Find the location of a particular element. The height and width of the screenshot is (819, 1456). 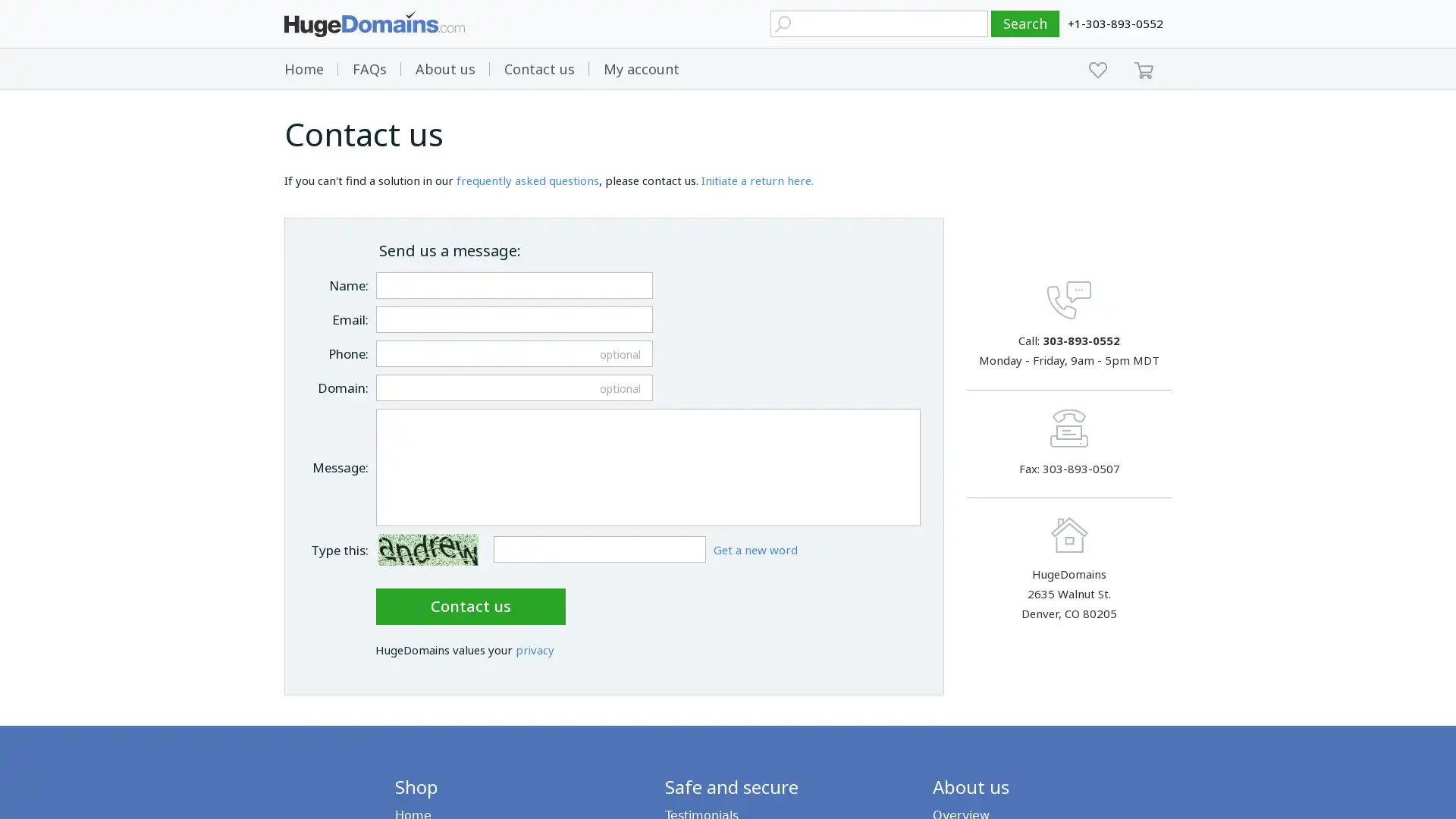

Search is located at coordinates (1025, 24).